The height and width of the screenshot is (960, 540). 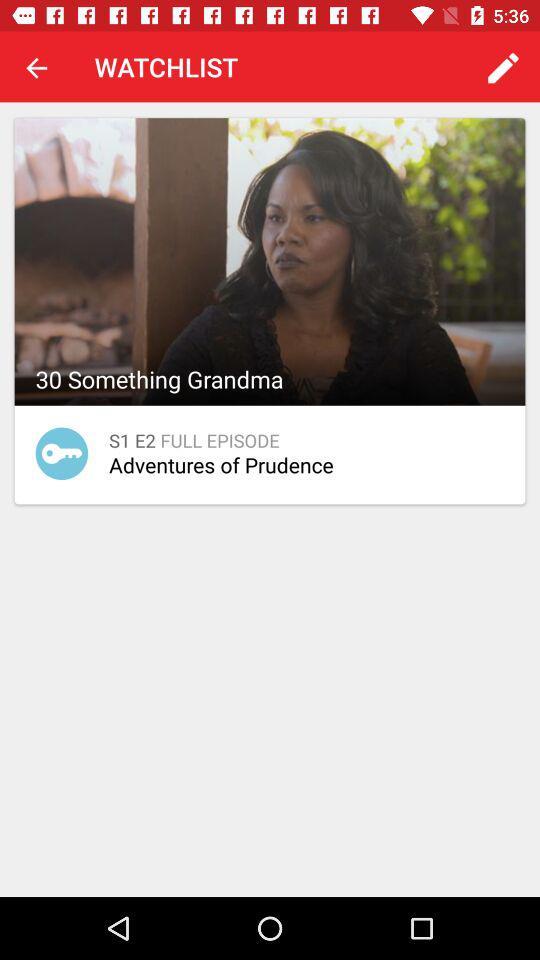 I want to click on the icon at top right corner of the page, so click(x=502, y=67).